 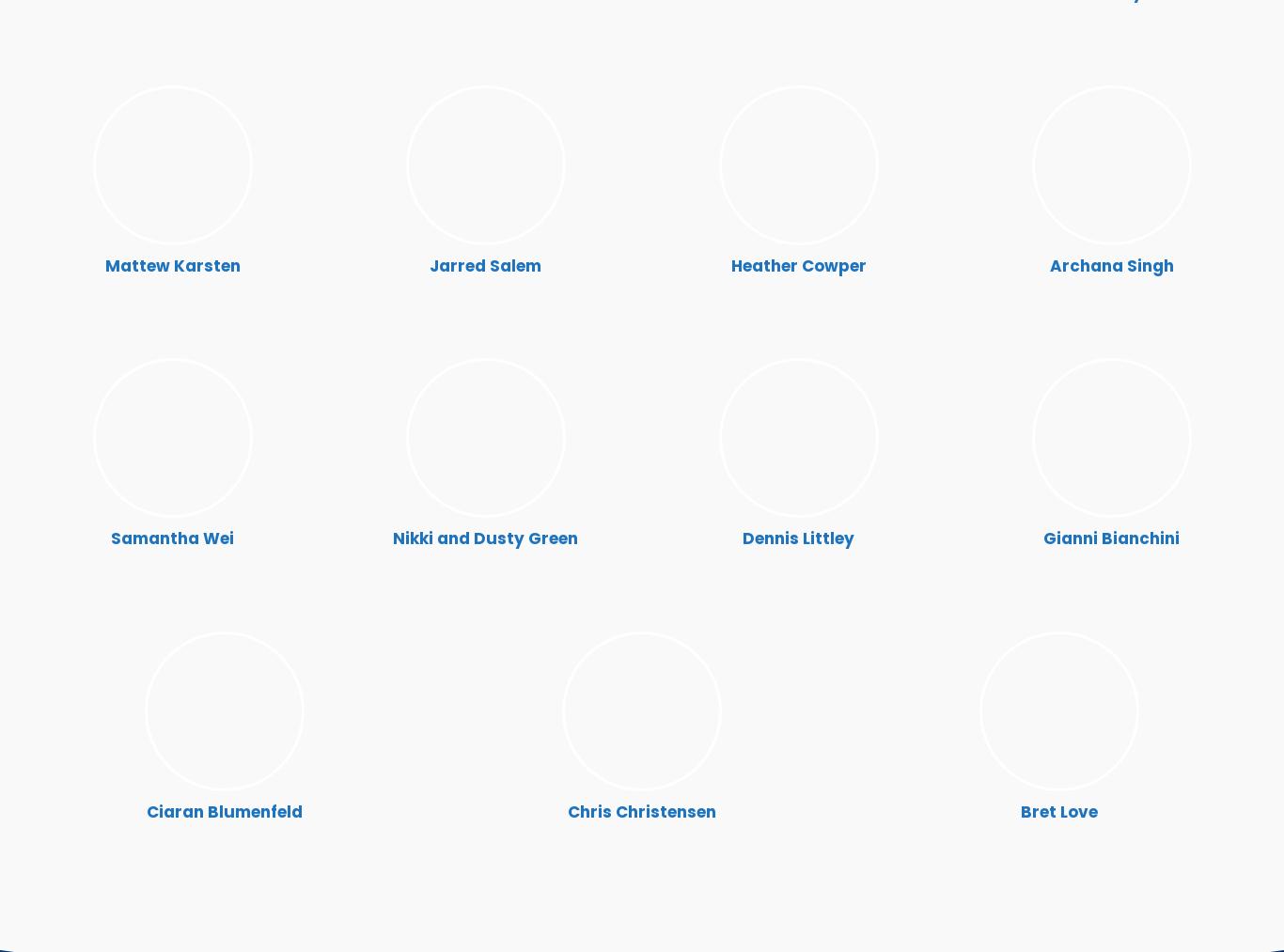 I want to click on 'Samantha Wei', so click(x=110, y=538).